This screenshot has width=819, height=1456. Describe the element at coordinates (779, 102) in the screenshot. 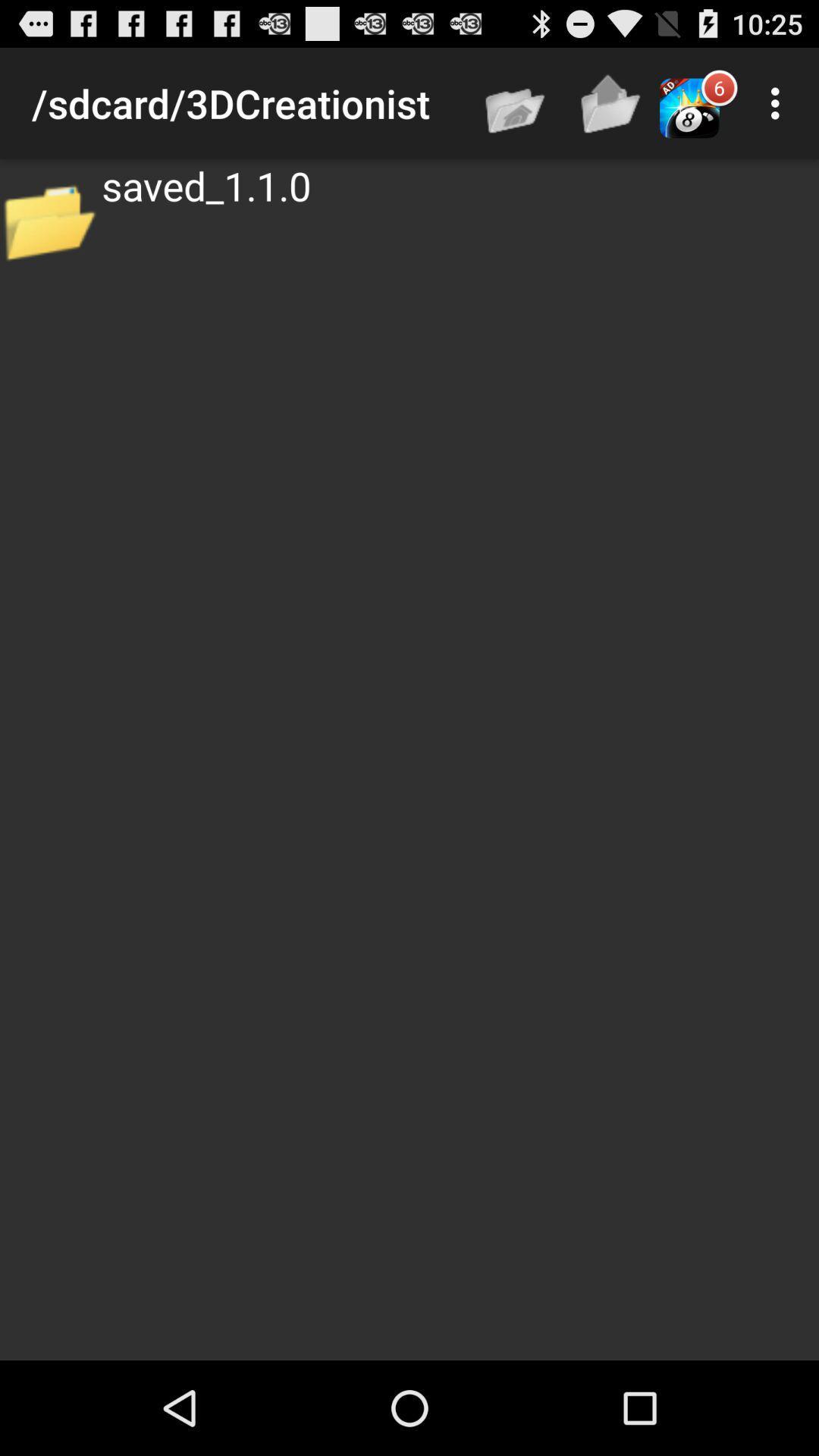

I see `item to the right of 6 icon` at that location.